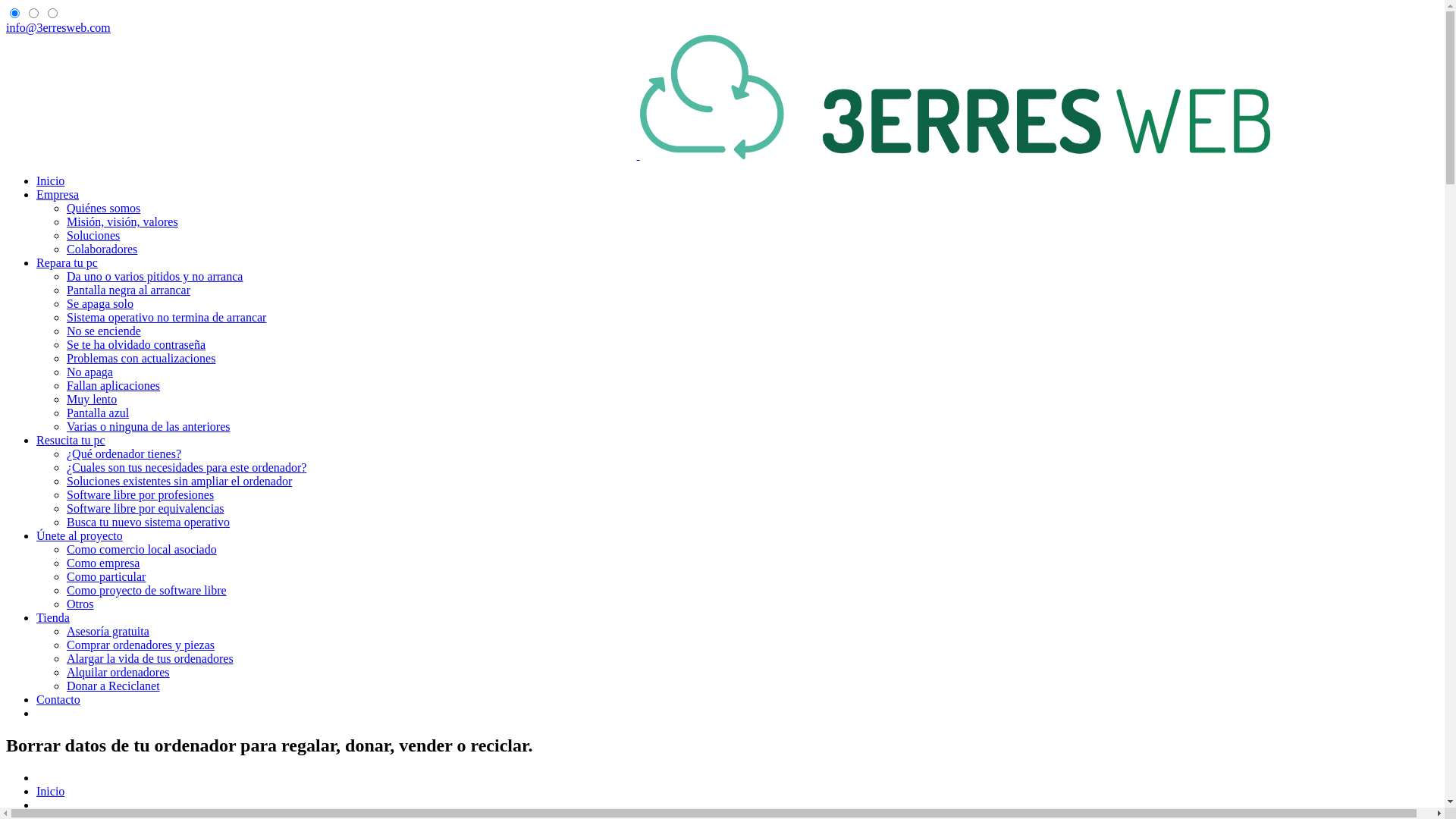 The image size is (1456, 819). I want to click on 'Resucita tu pc', so click(70, 440).